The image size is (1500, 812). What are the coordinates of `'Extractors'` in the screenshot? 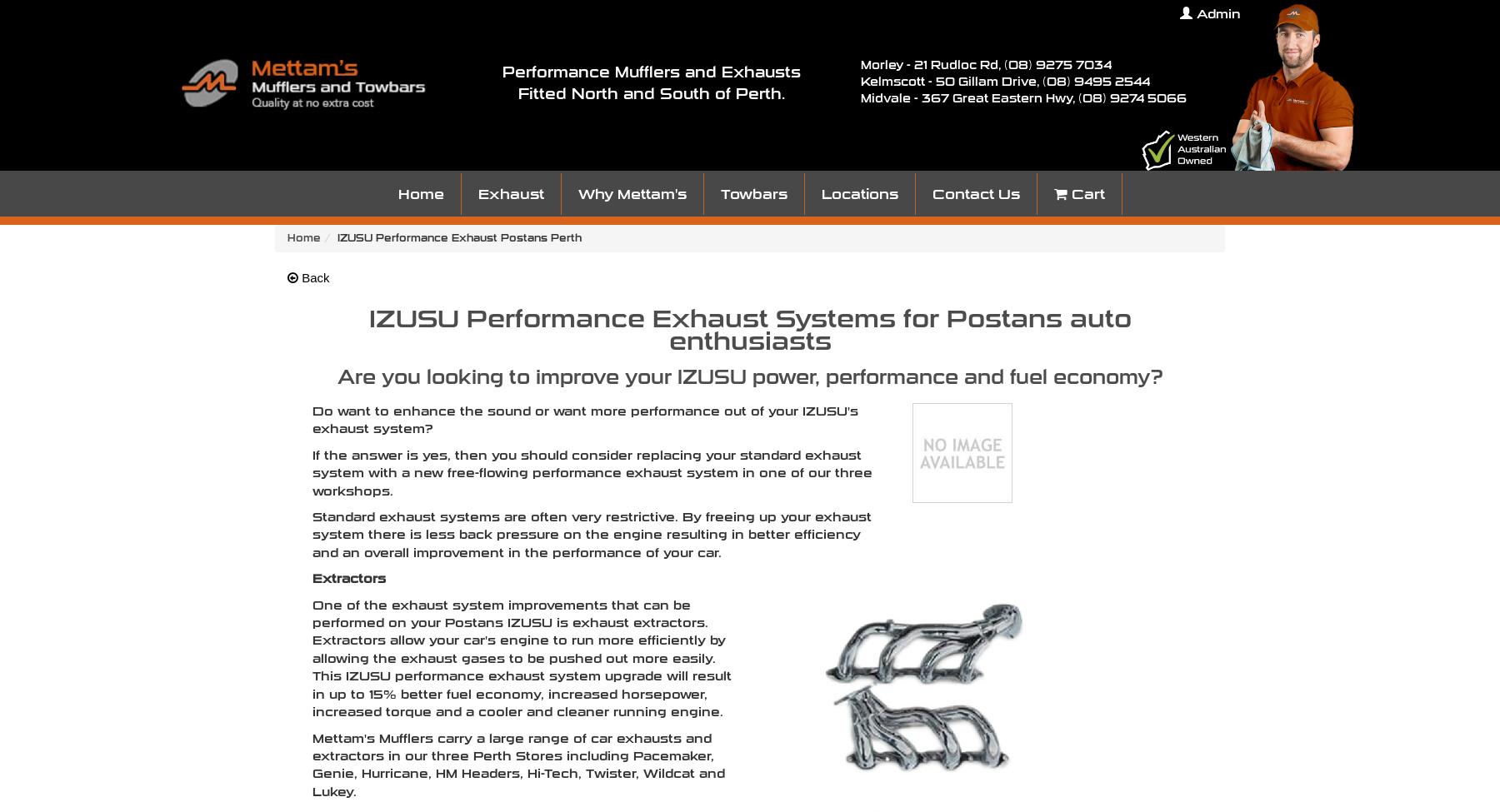 It's located at (312, 577).